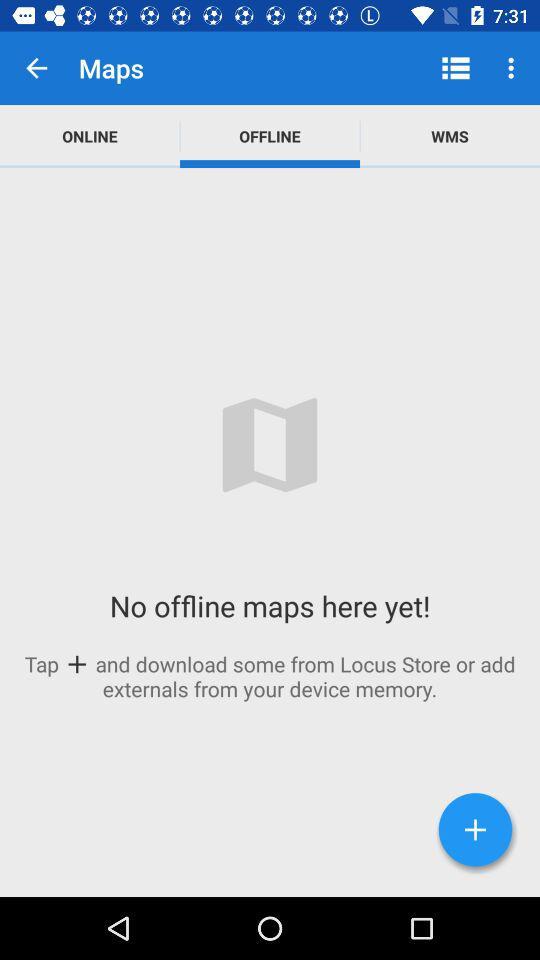  What do you see at coordinates (449, 135) in the screenshot?
I see `the wms item` at bounding box center [449, 135].